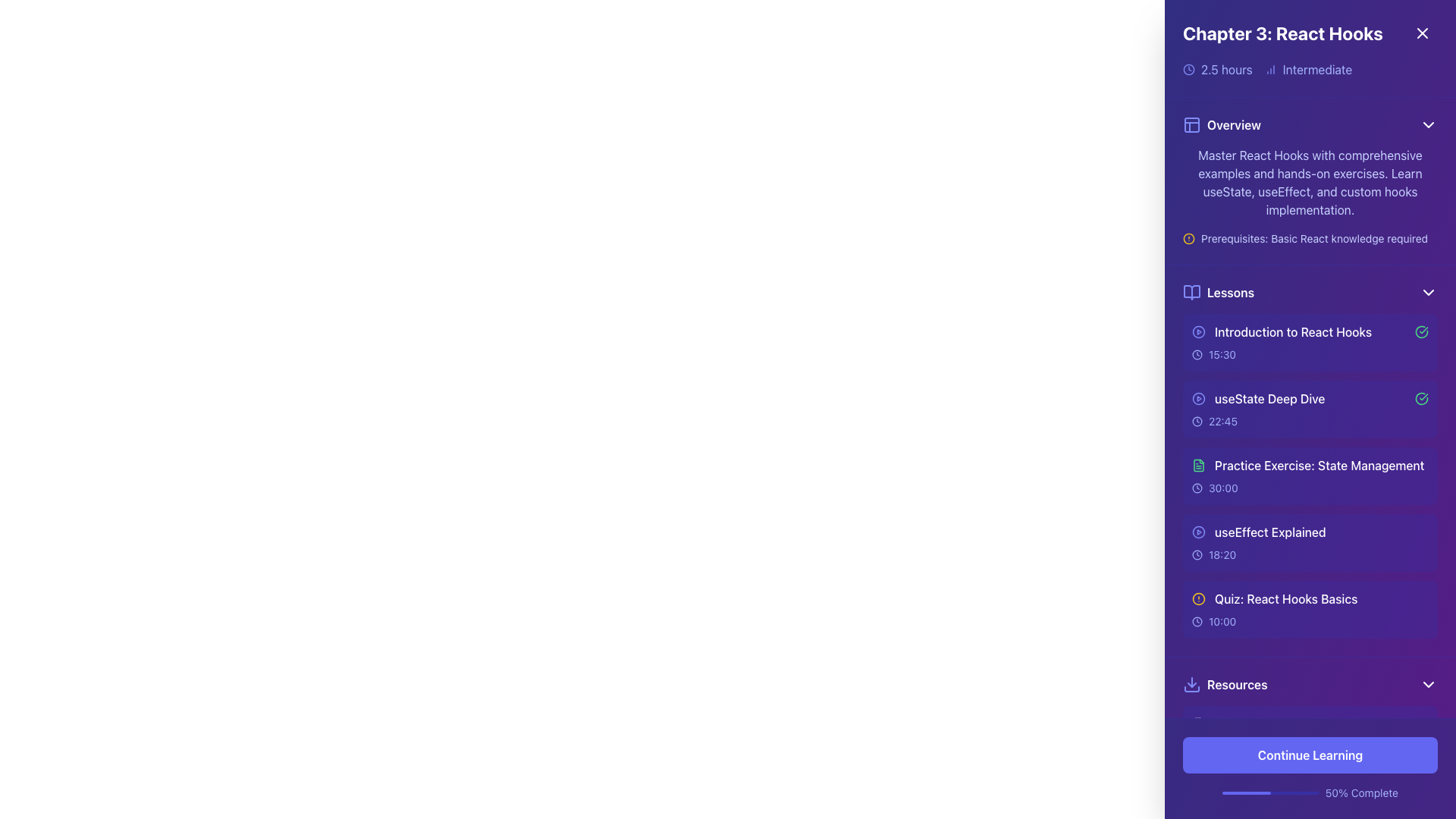 This screenshot has width=1456, height=819. Describe the element at coordinates (1222, 124) in the screenshot. I see `the text with icon combination located below the header 'Chapter 3: React Hooks'` at that location.